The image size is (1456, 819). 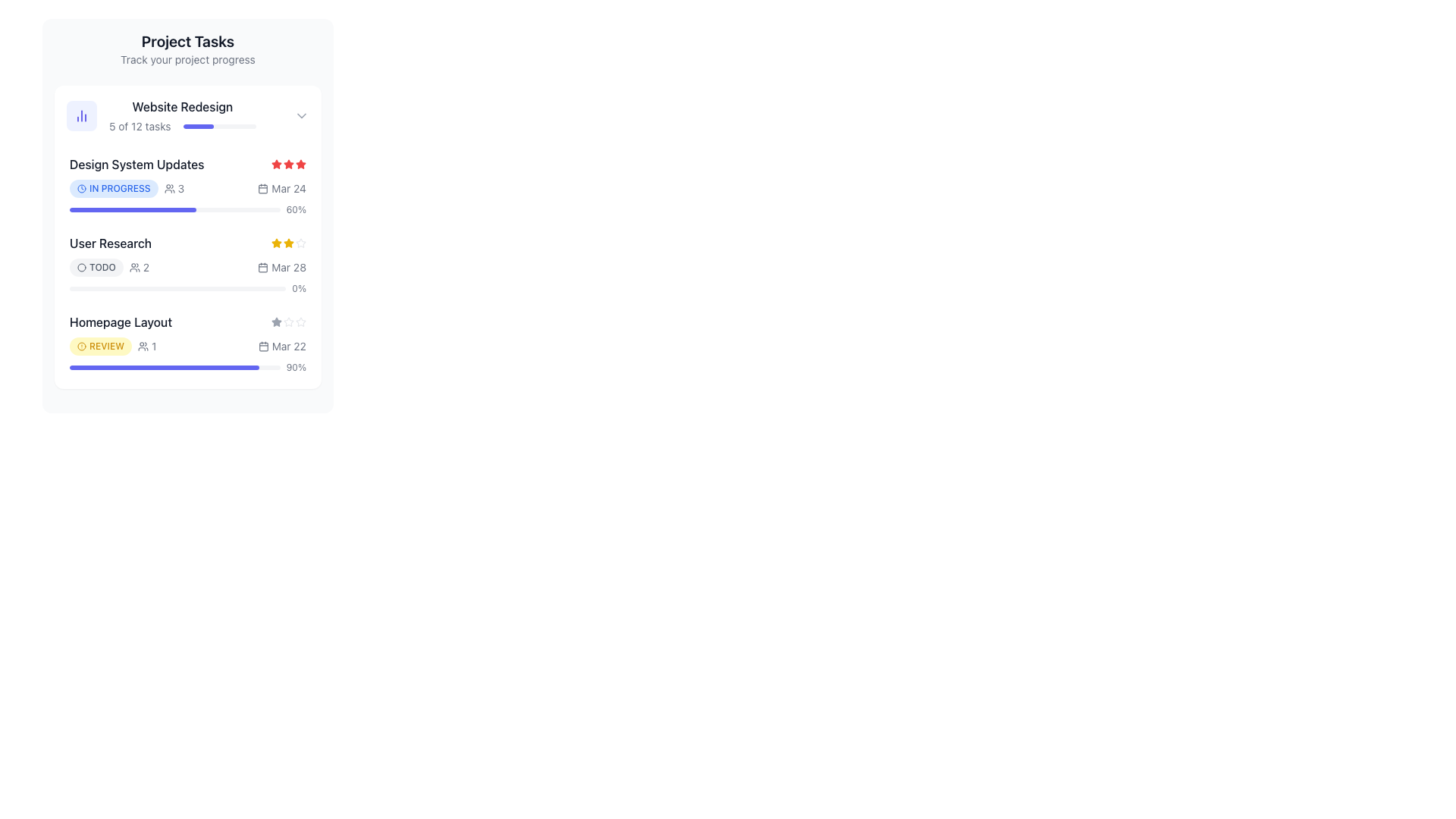 I want to click on each of the three red star icons in the Icon group located in the 'Design System Updates' section of the 'Project Tasks' card, so click(x=288, y=164).